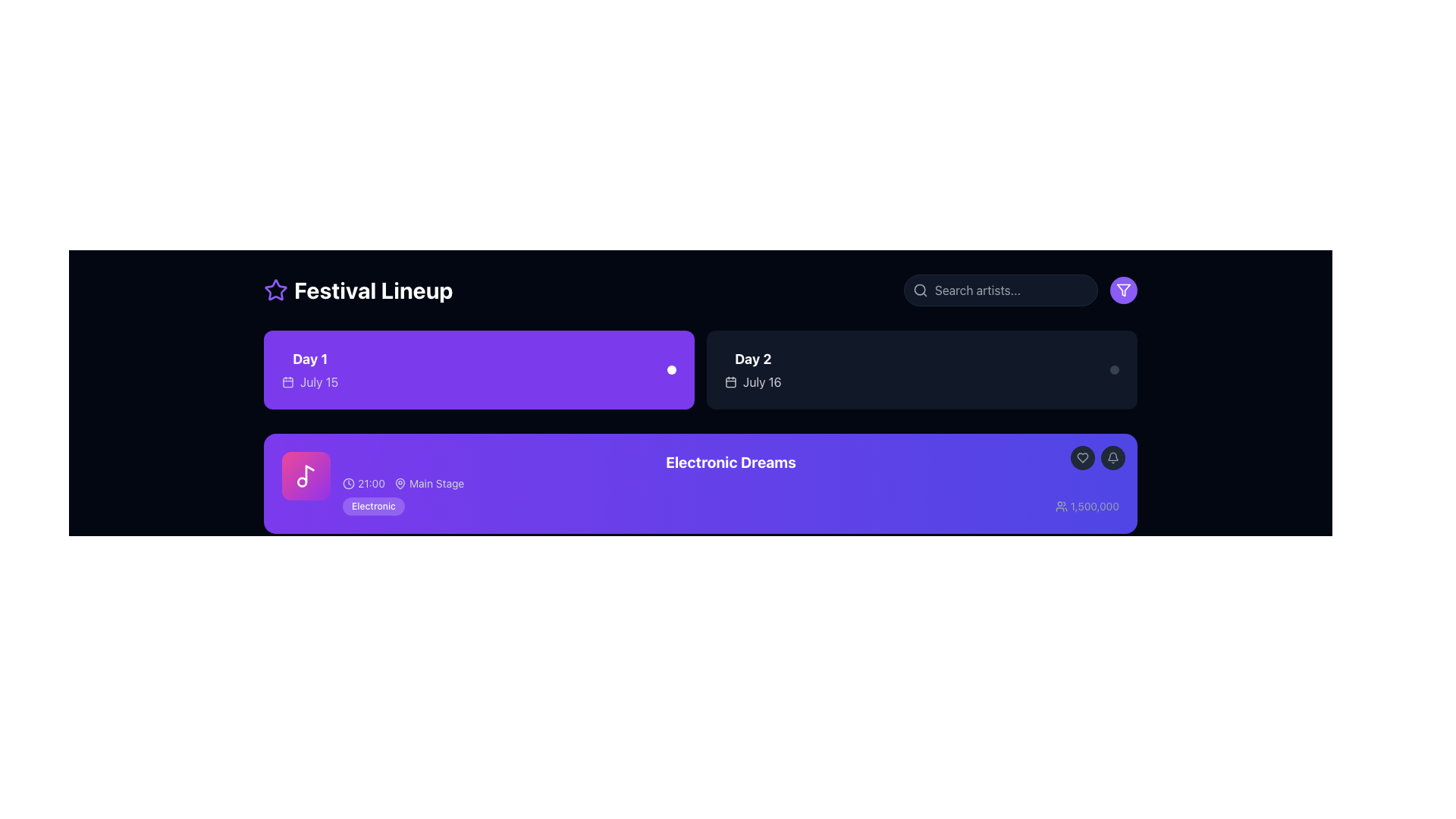 This screenshot has height=819, width=1456. Describe the element at coordinates (364, 483) in the screenshot. I see `the displayed time on the Time indicator, which shows the event time starting at 21:00 hours, located below the 'Day 1' section and to the left of the 'Main Stage' text` at that location.